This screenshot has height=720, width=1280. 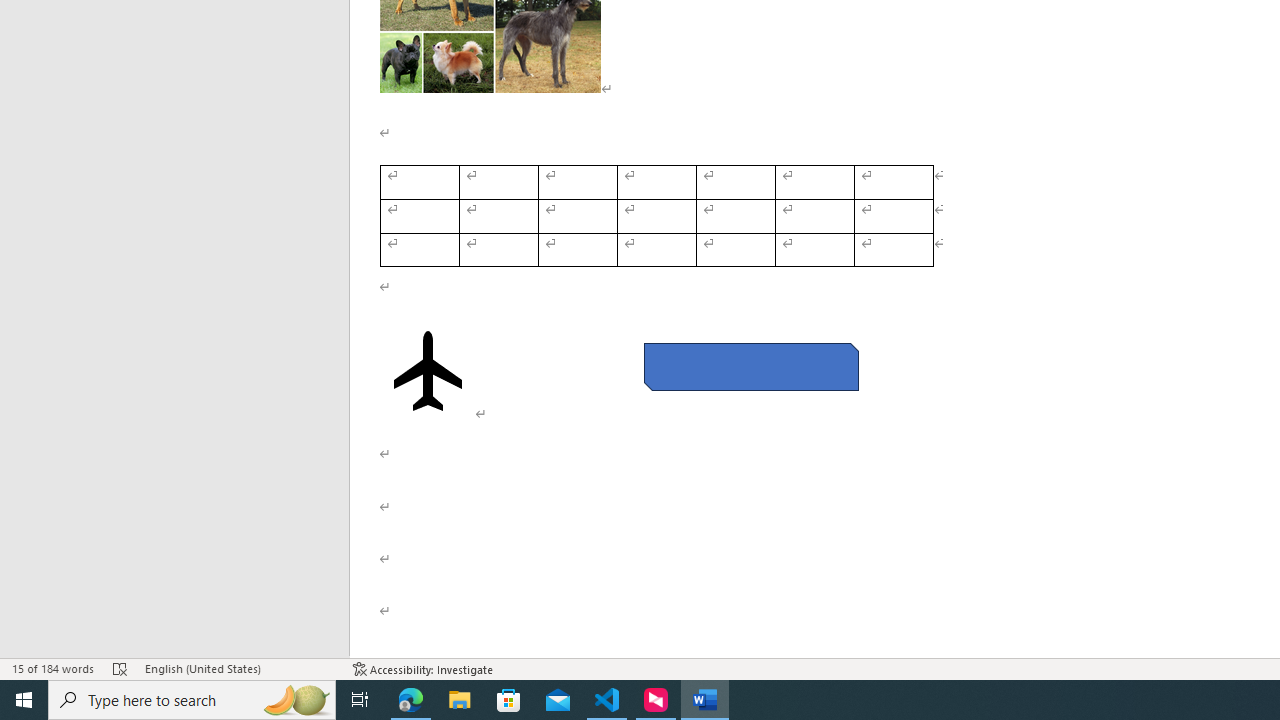 What do you see at coordinates (427, 371) in the screenshot?
I see `'Airplane with solid fill'` at bounding box center [427, 371].